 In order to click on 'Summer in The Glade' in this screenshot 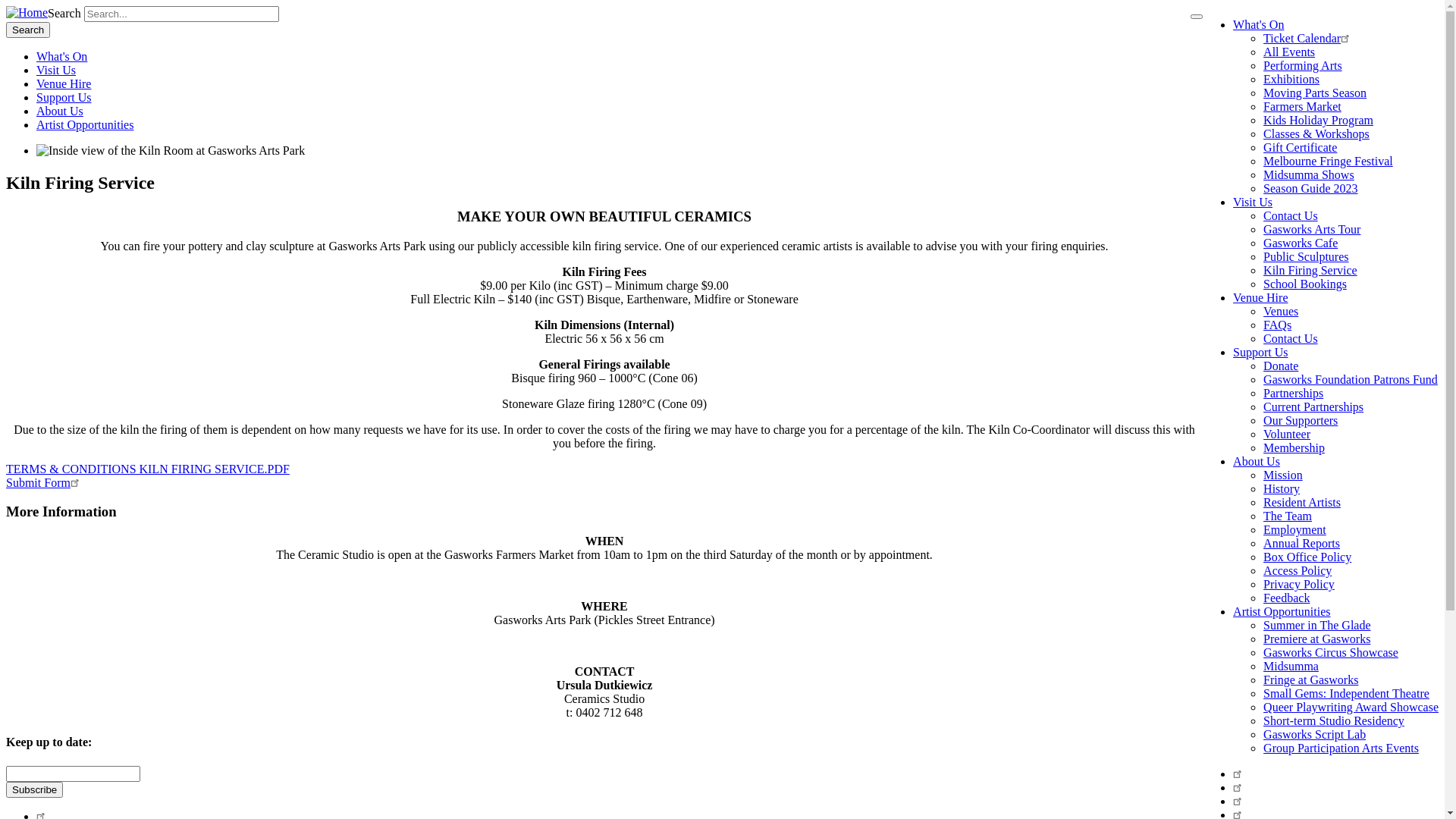, I will do `click(1316, 625)`.